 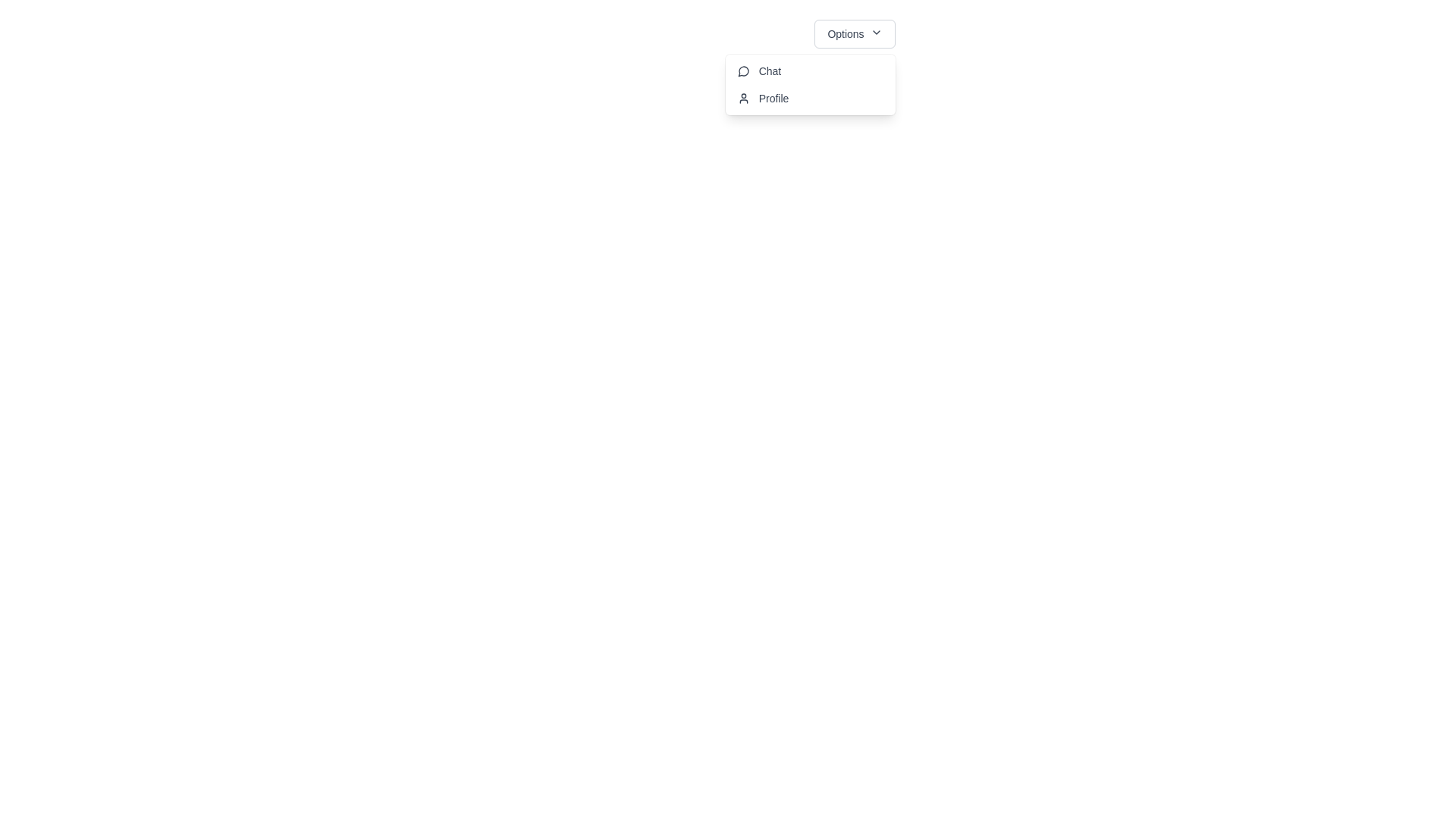 I want to click on the 'Profile' button with a user icon in the dropdown menu under the 'Options' button, so click(x=763, y=99).